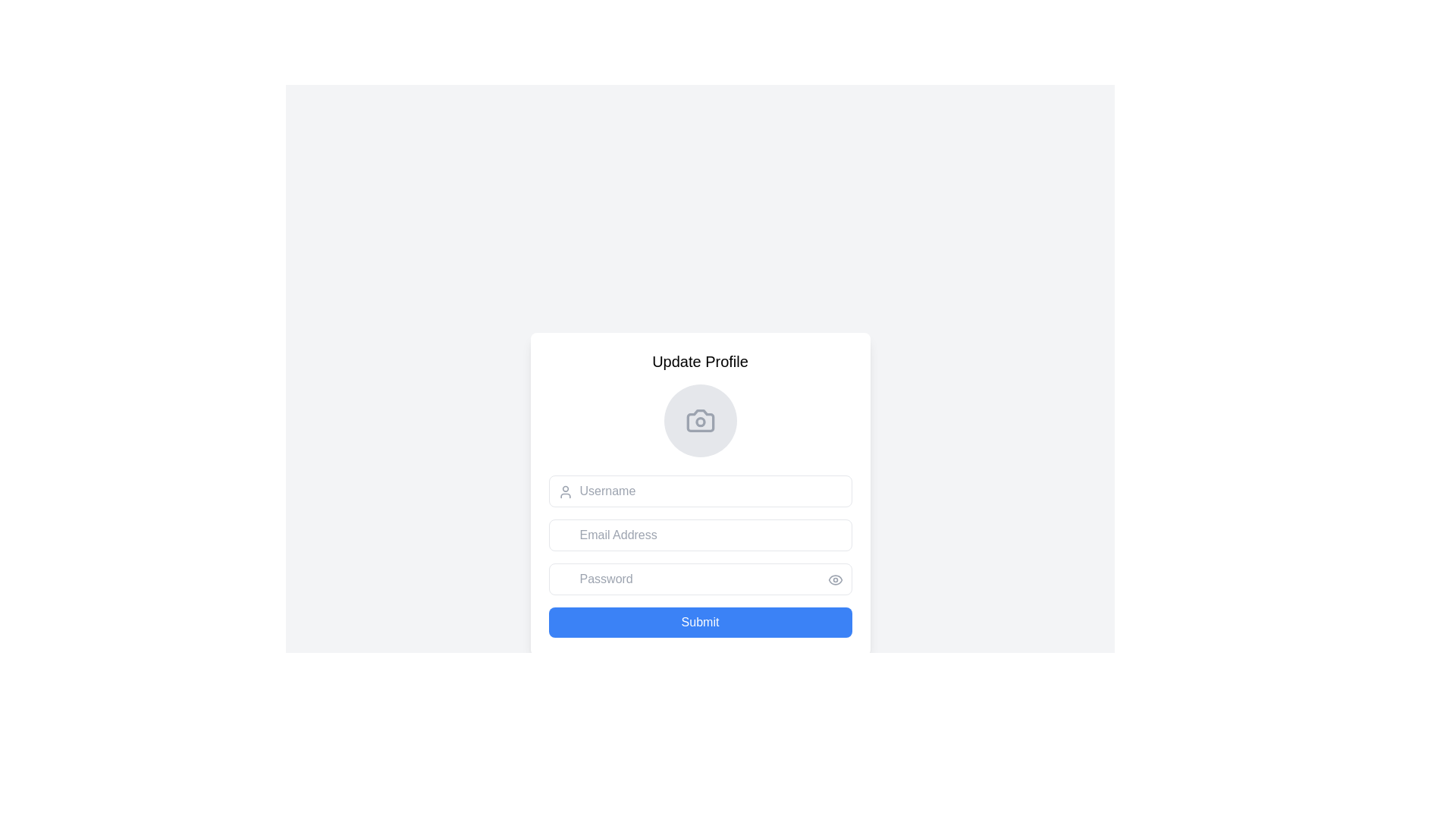 The width and height of the screenshot is (1456, 819). What do you see at coordinates (834, 579) in the screenshot?
I see `the decorative eye icon component that signifies a visibility toggle for passwords, located near the password input field` at bounding box center [834, 579].